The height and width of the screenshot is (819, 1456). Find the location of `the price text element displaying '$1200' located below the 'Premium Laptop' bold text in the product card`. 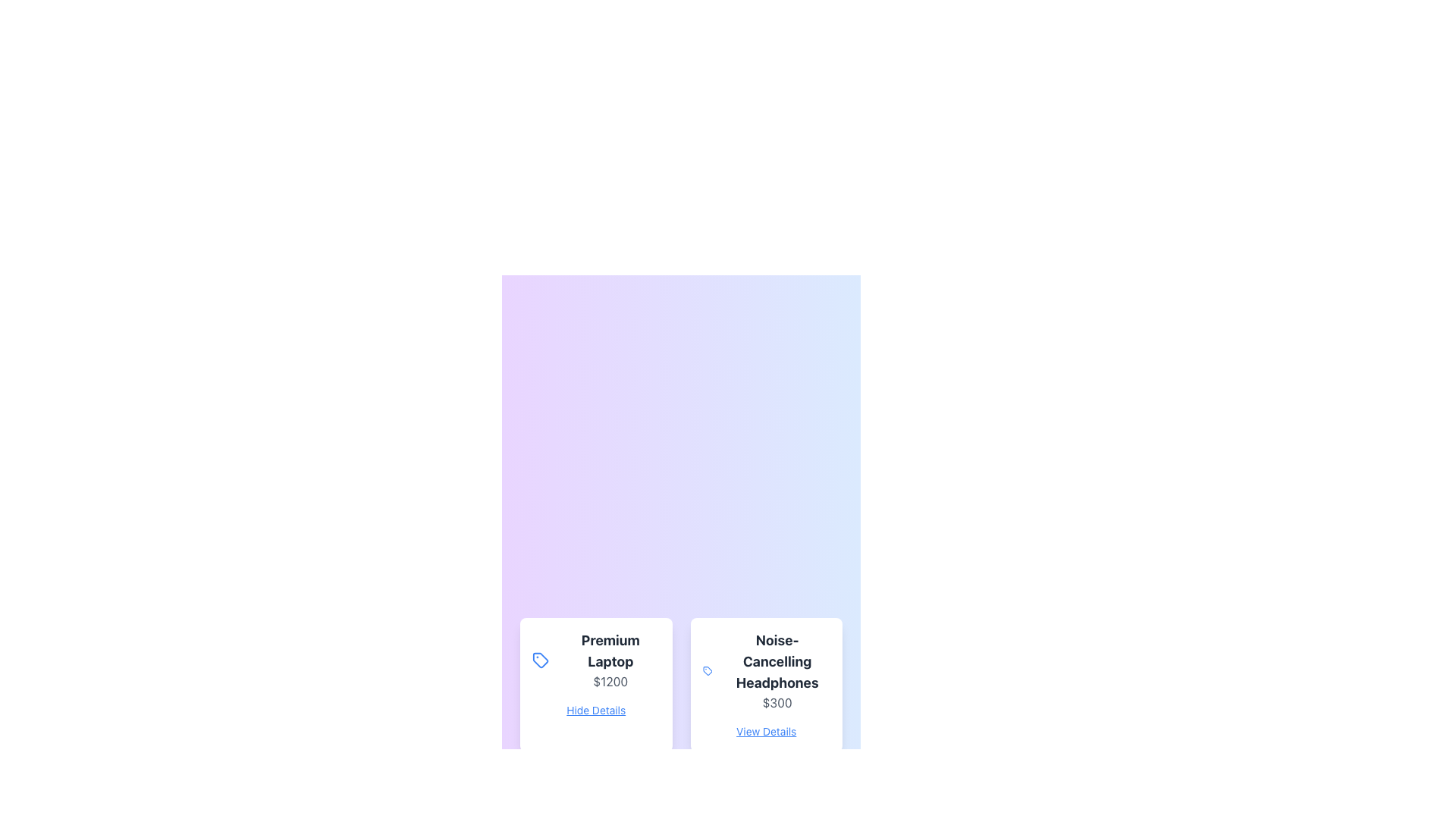

the price text element displaying '$1200' located below the 'Premium Laptop' bold text in the product card is located at coordinates (610, 680).